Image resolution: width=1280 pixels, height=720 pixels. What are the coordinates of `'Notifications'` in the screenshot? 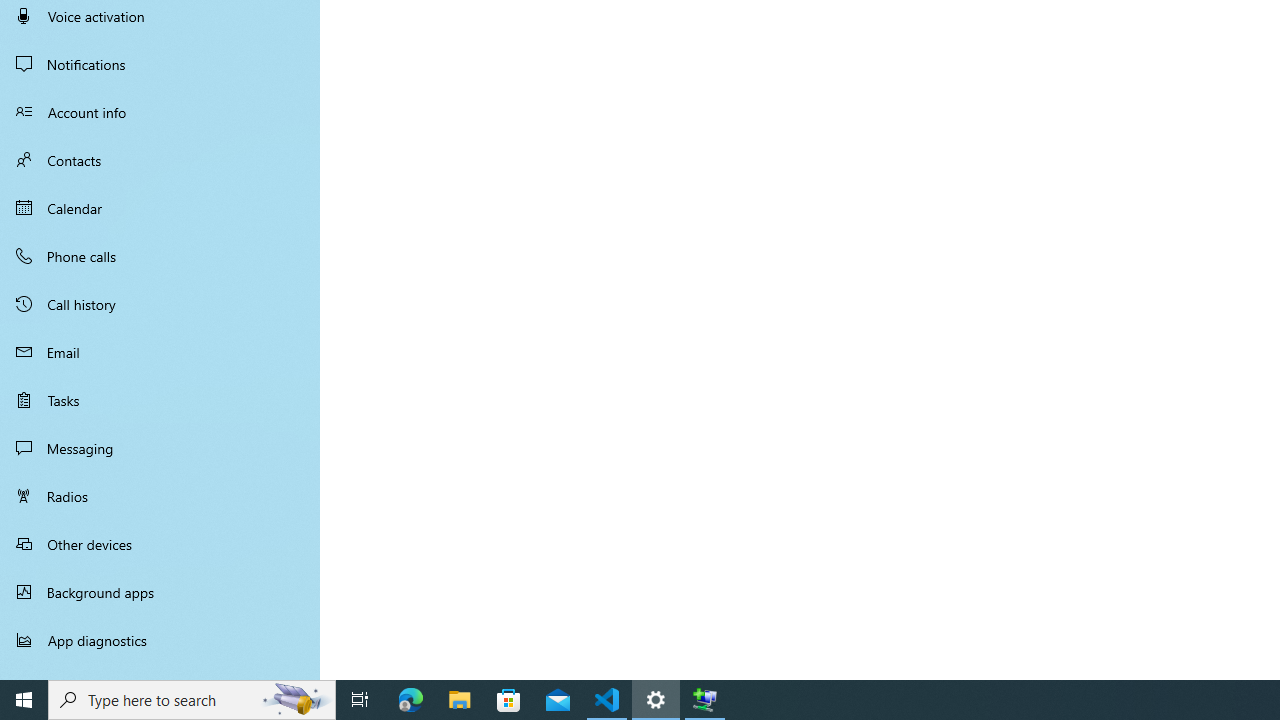 It's located at (160, 63).